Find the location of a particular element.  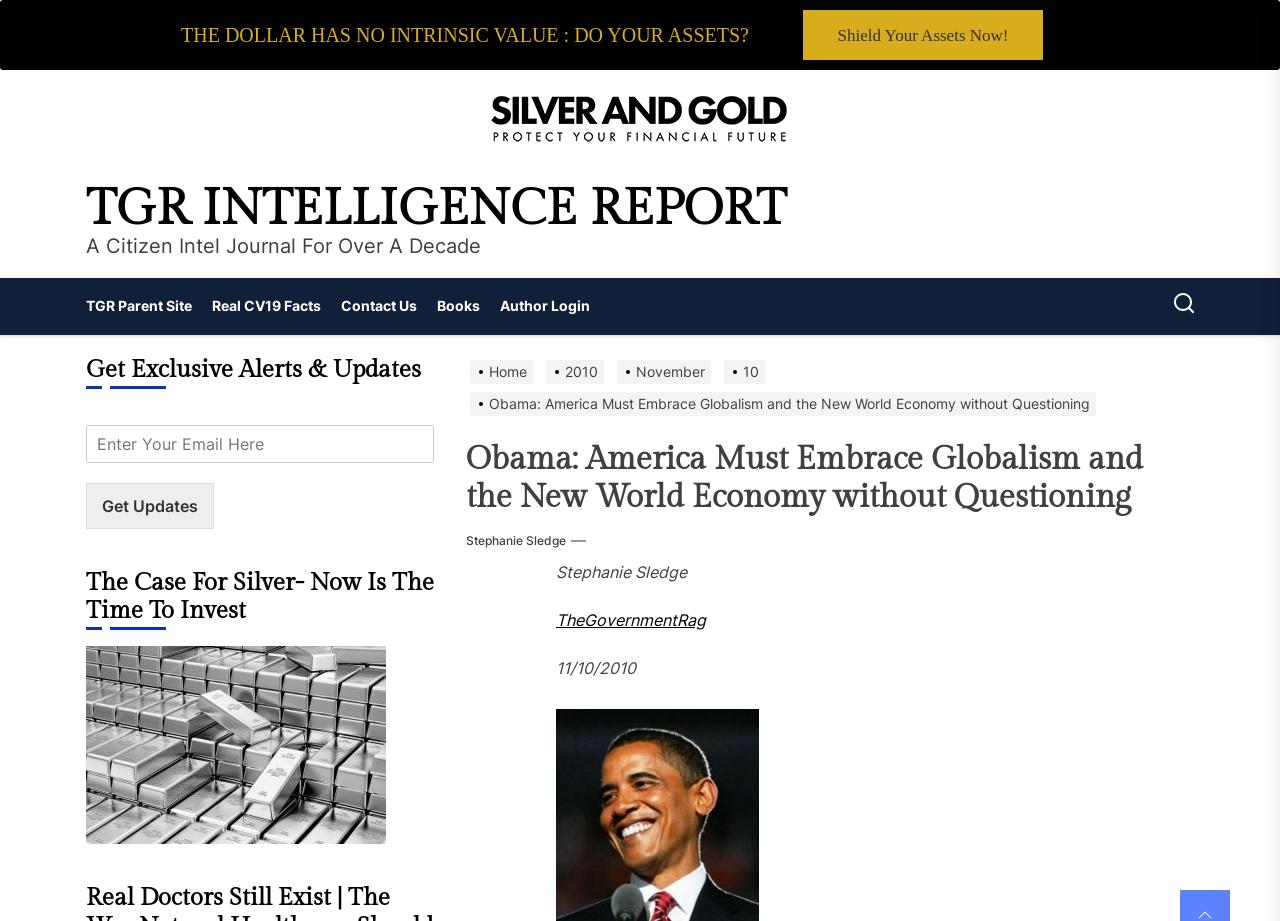

'Author Login' is located at coordinates (545, 304).